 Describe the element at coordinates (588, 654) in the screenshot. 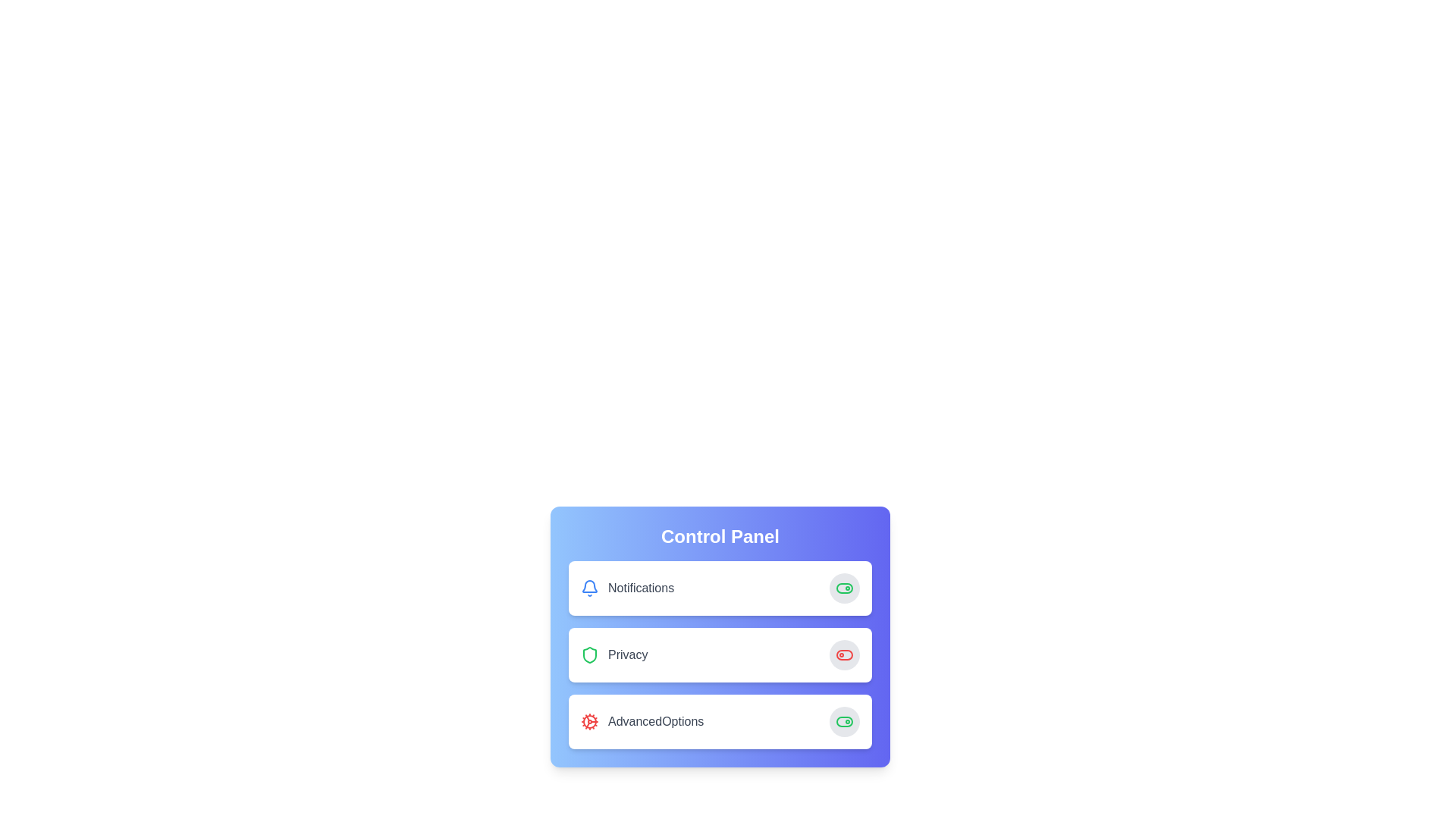

I see `the privacy settings icon located in the 'Privacy' row of the control panel interface, positioned to the left of the text 'Privacy'` at that location.